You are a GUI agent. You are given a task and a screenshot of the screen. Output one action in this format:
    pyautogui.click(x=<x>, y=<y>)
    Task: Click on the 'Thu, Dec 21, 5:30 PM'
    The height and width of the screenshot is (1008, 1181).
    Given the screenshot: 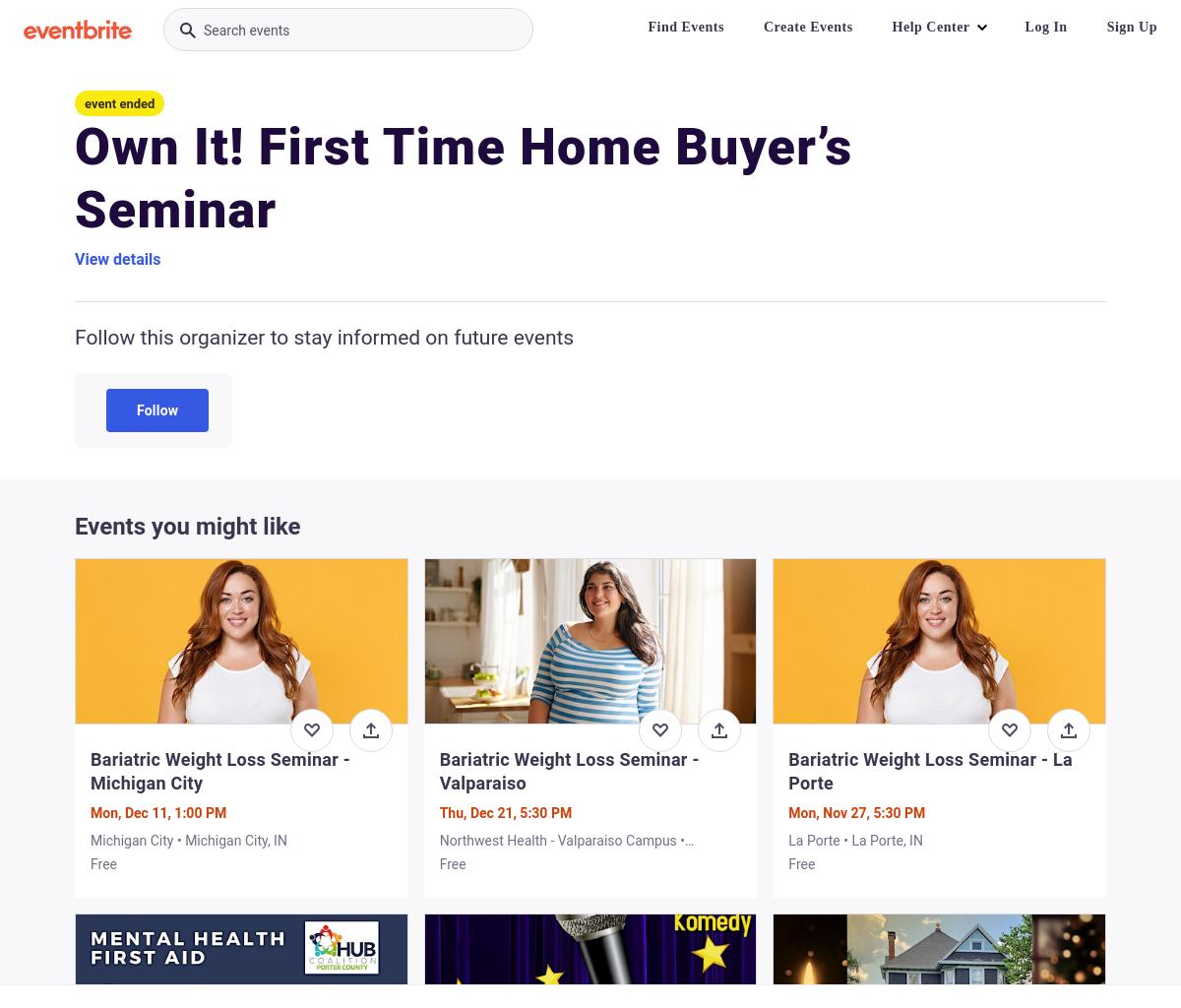 What is the action you would take?
    pyautogui.click(x=439, y=811)
    